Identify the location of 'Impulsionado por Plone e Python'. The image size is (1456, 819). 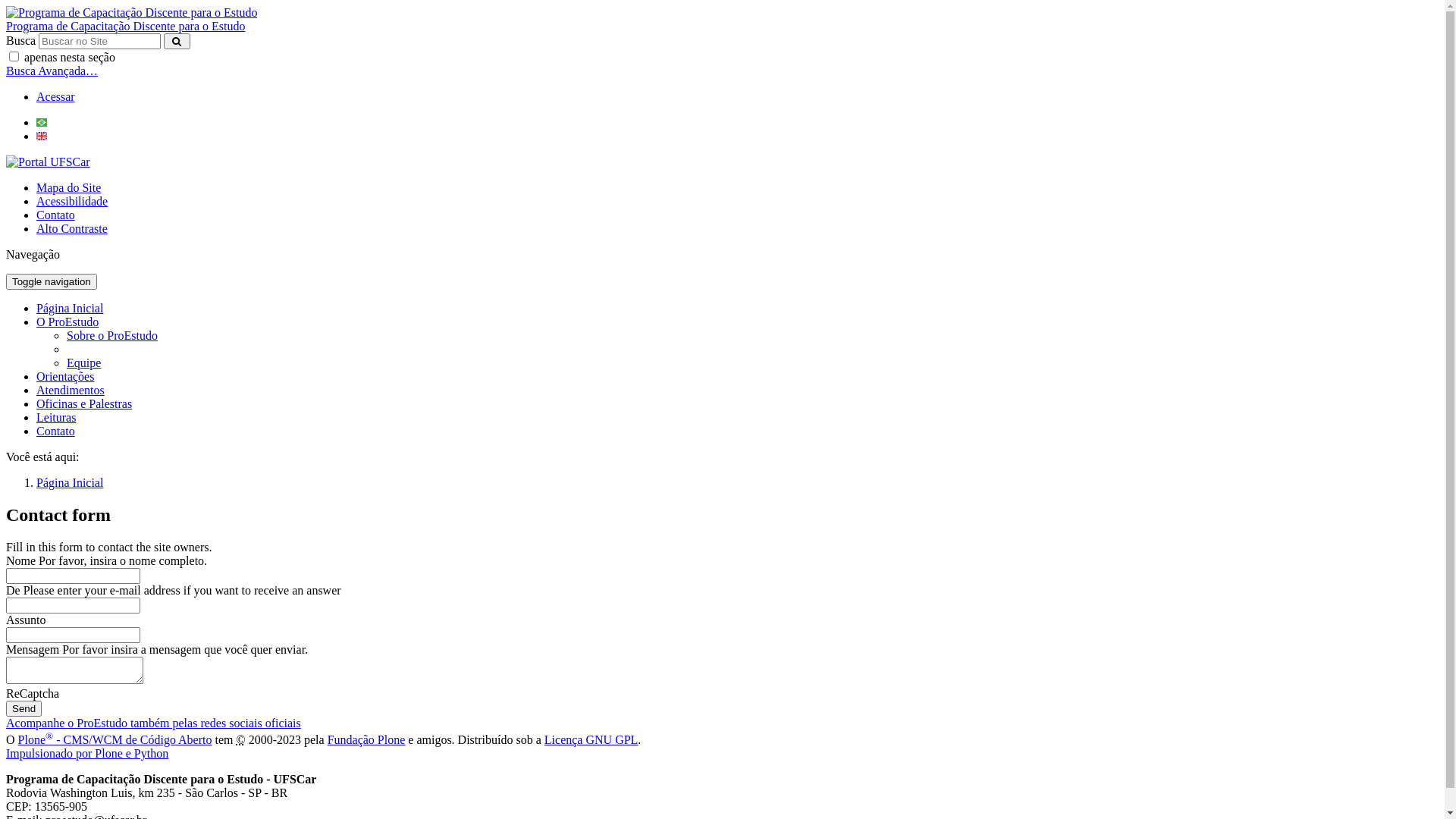
(86, 753).